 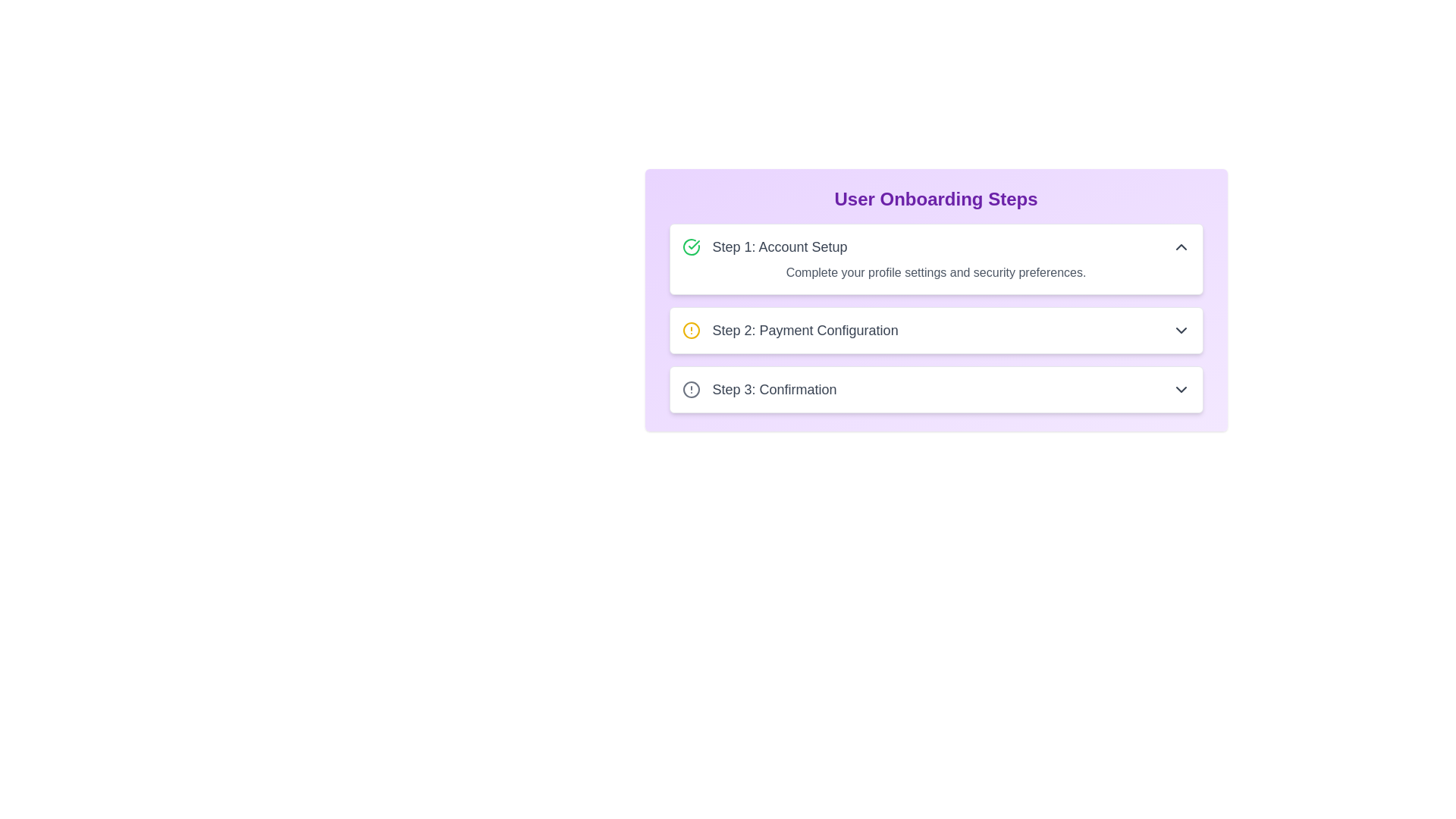 I want to click on the alert icon indicating status for 'Step 3: Confirmation' in the 'User Onboarding Steps' section, so click(x=690, y=388).